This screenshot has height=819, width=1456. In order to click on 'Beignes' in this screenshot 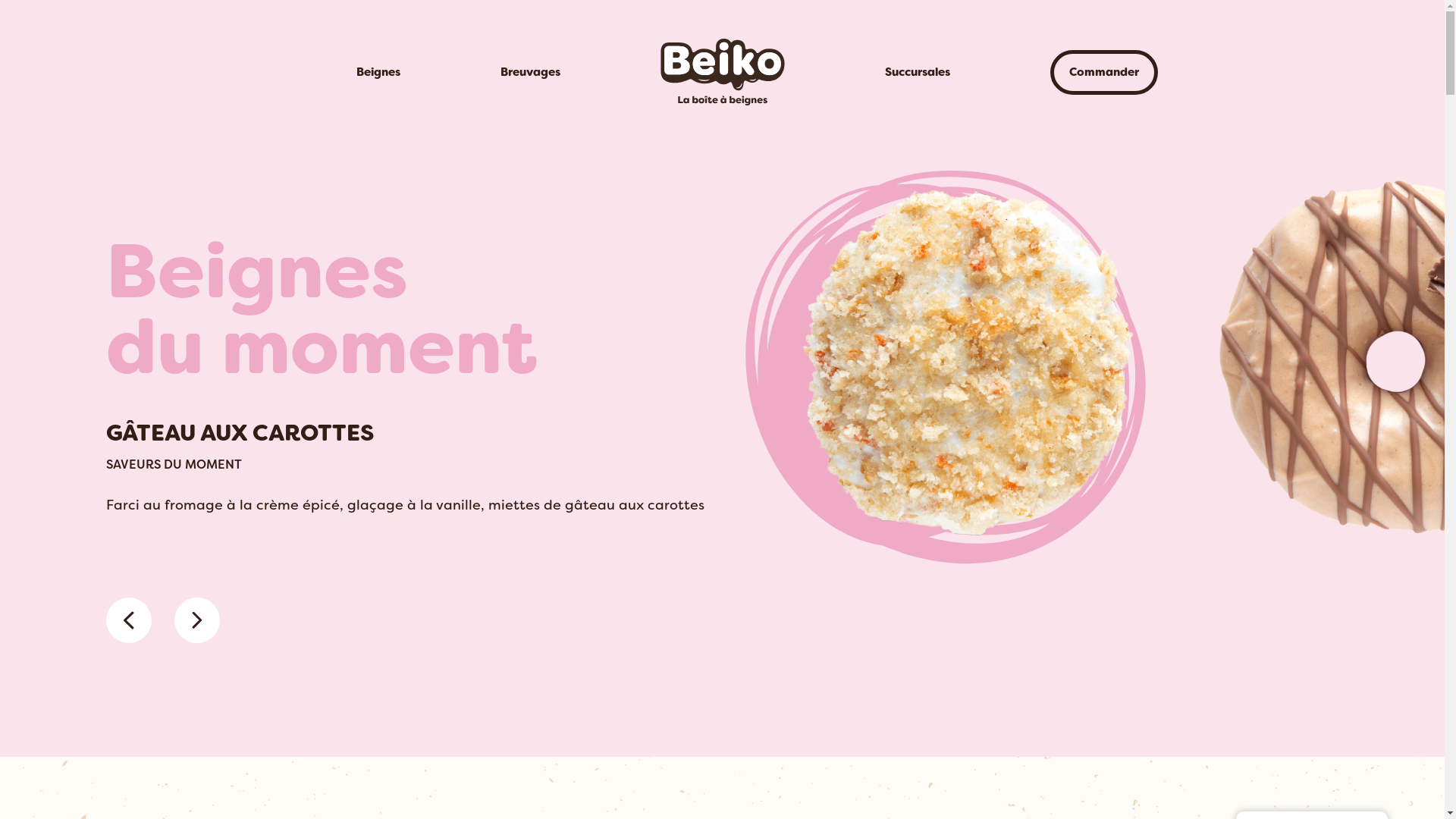, I will do `click(378, 72)`.